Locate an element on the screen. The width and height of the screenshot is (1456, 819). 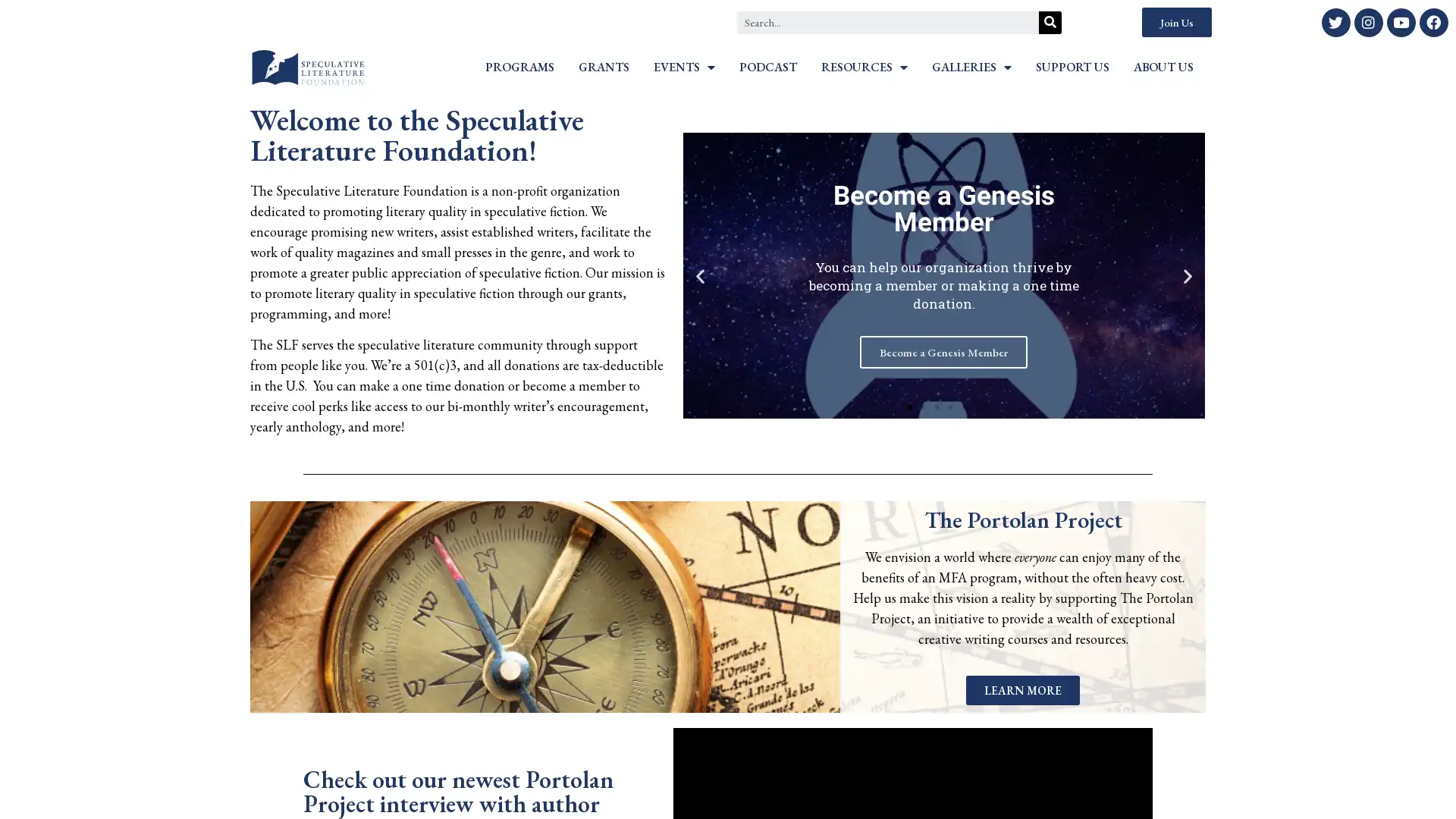
Go to slide 2 is located at coordinates (923, 406).